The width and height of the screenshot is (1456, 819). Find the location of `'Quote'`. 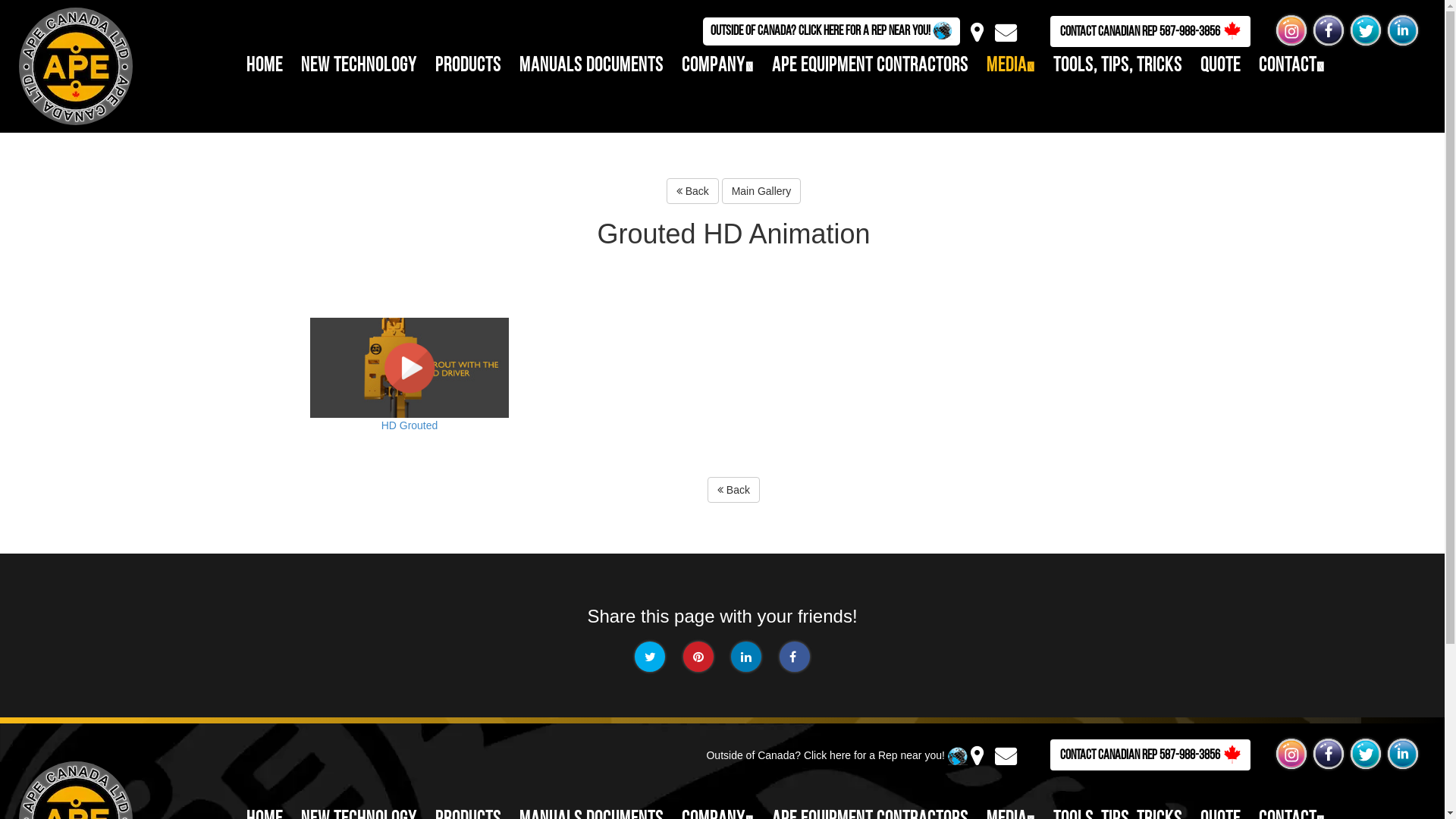

'Quote' is located at coordinates (1220, 65).